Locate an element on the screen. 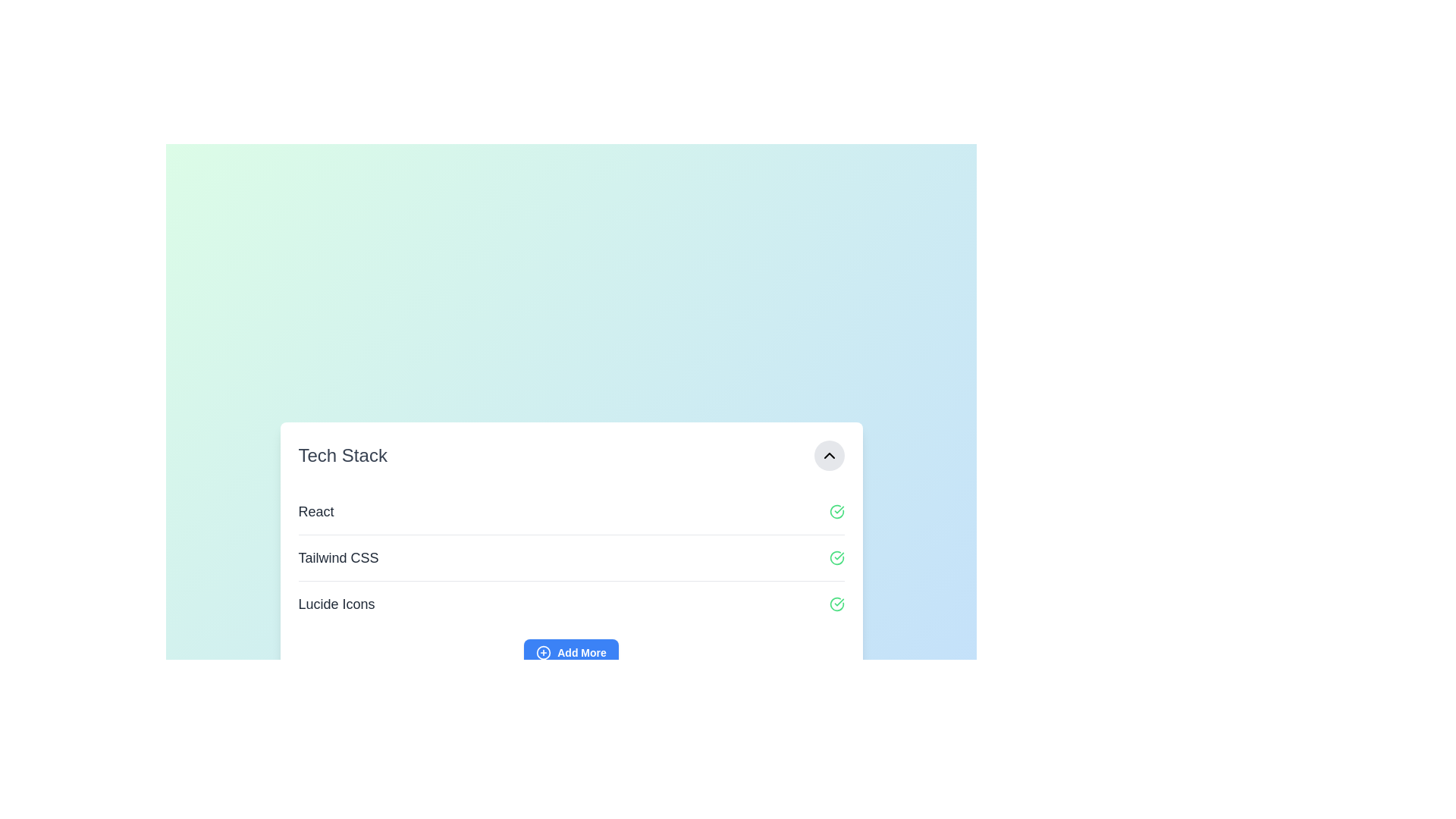 Image resolution: width=1456 pixels, height=819 pixels. the black upward-pointing chevron icon located in the top-right corner of the 'Tech Stack' section is located at coordinates (828, 455).